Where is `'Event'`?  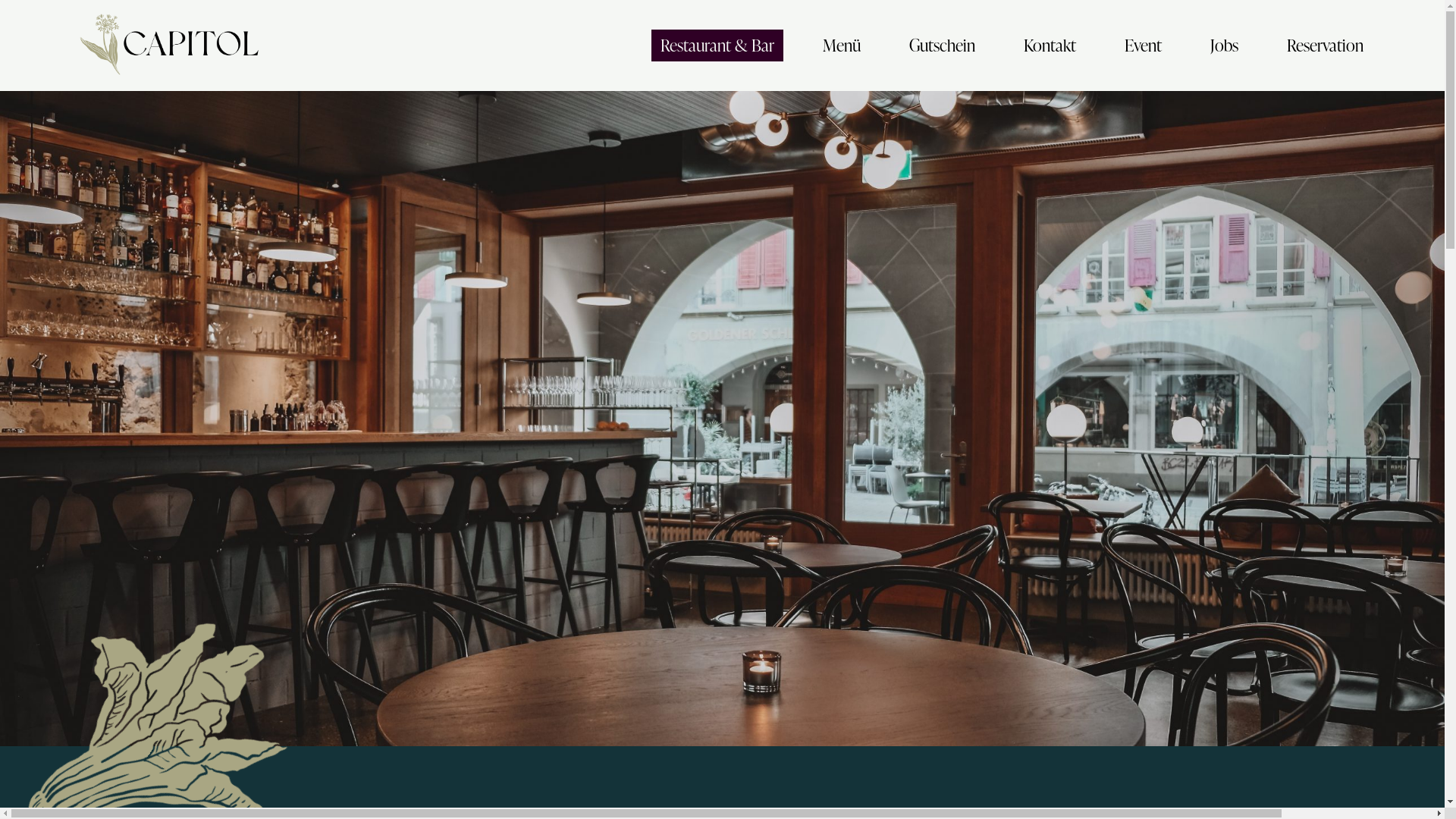 'Event' is located at coordinates (1143, 45).